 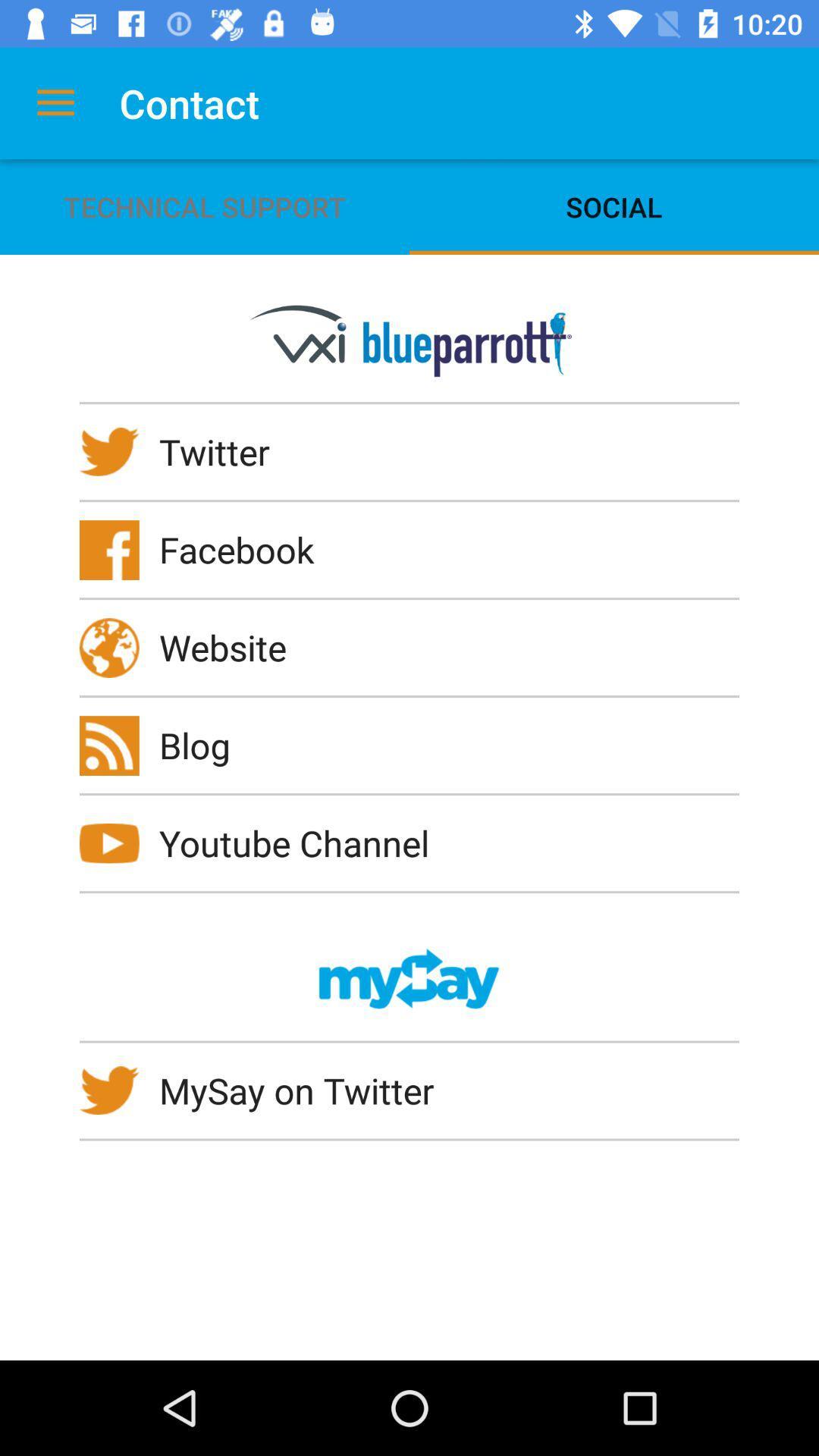 What do you see at coordinates (306, 1090) in the screenshot?
I see `the mysay on twitter icon` at bounding box center [306, 1090].